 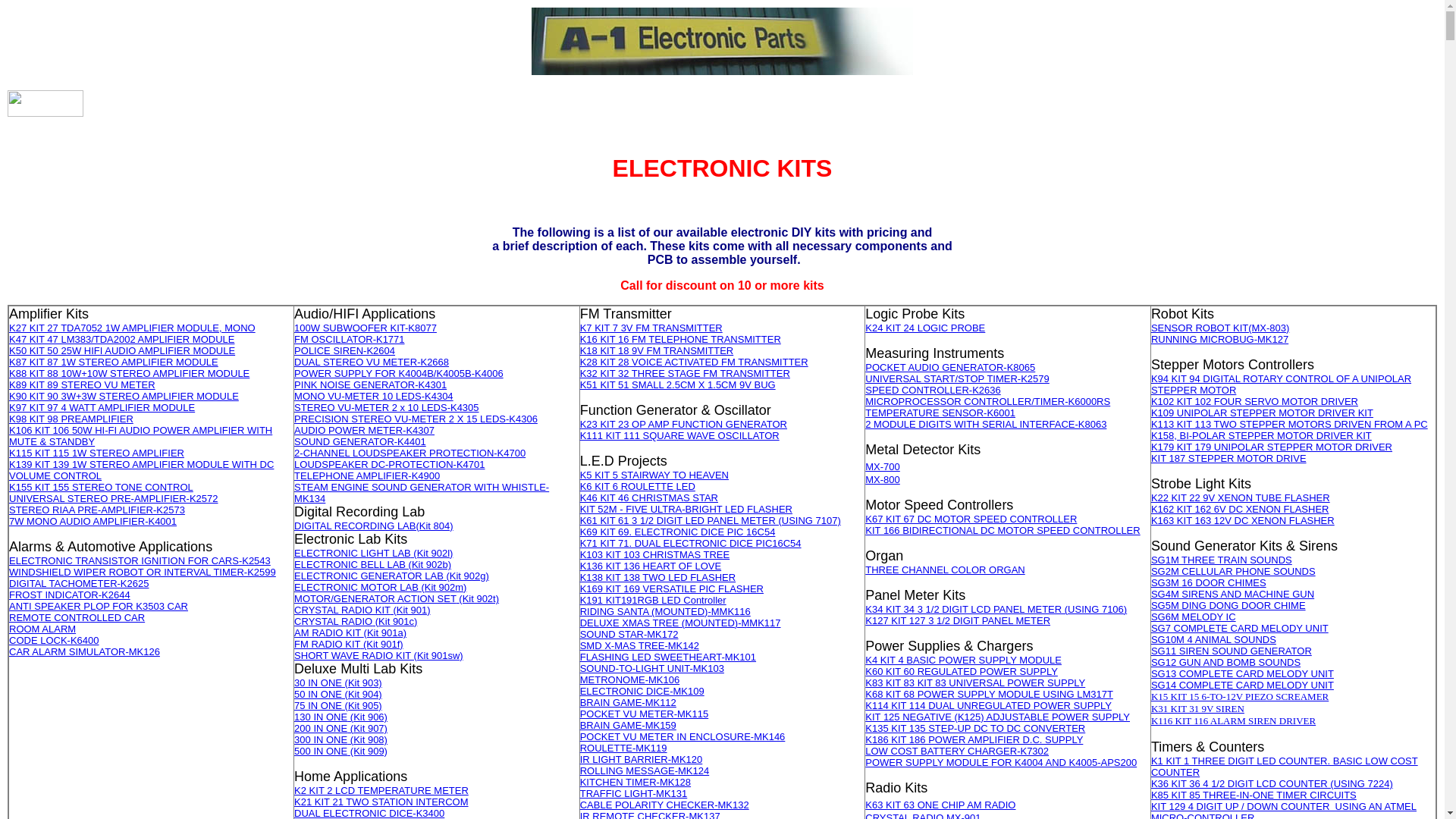 What do you see at coordinates (944, 570) in the screenshot?
I see `'THREE CHANNEL COLOR ORGAN'` at bounding box center [944, 570].